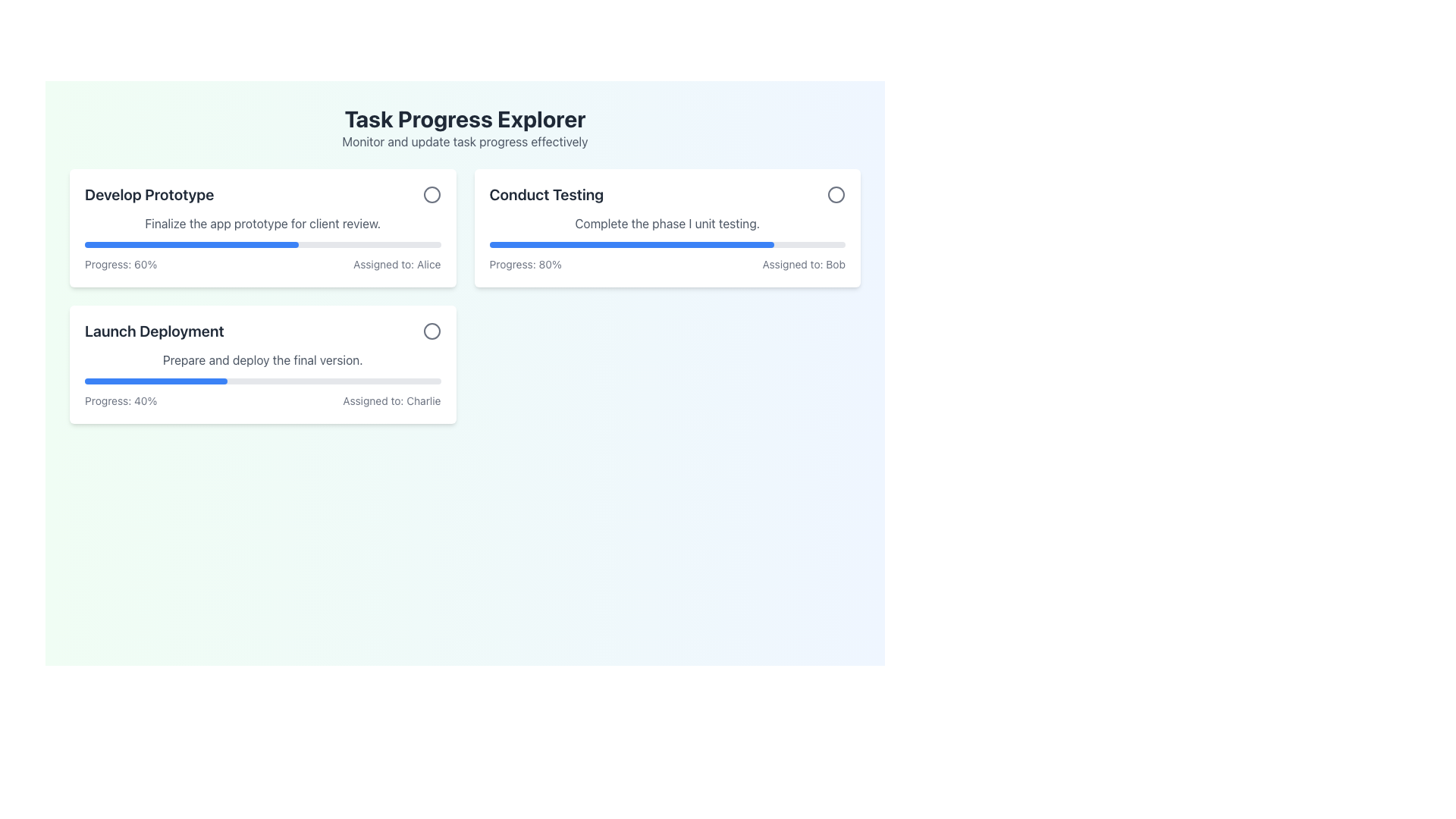  Describe the element at coordinates (262, 365) in the screenshot. I see `the Card UI component with the title 'Launch Deployment', which has a white background, rounded corners, and displays progress at 40%` at that location.